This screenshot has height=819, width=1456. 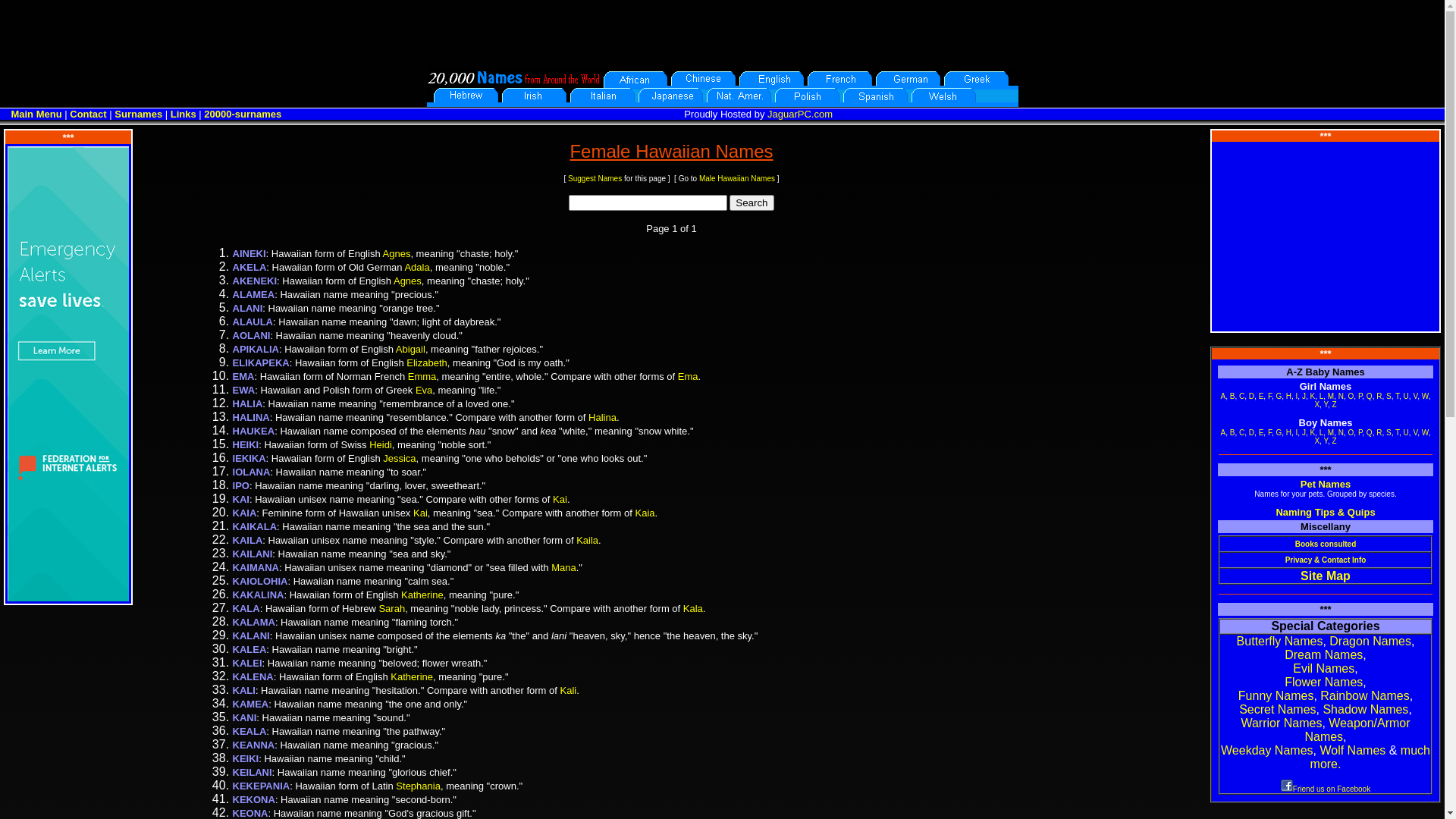 What do you see at coordinates (1341, 432) in the screenshot?
I see `'N'` at bounding box center [1341, 432].